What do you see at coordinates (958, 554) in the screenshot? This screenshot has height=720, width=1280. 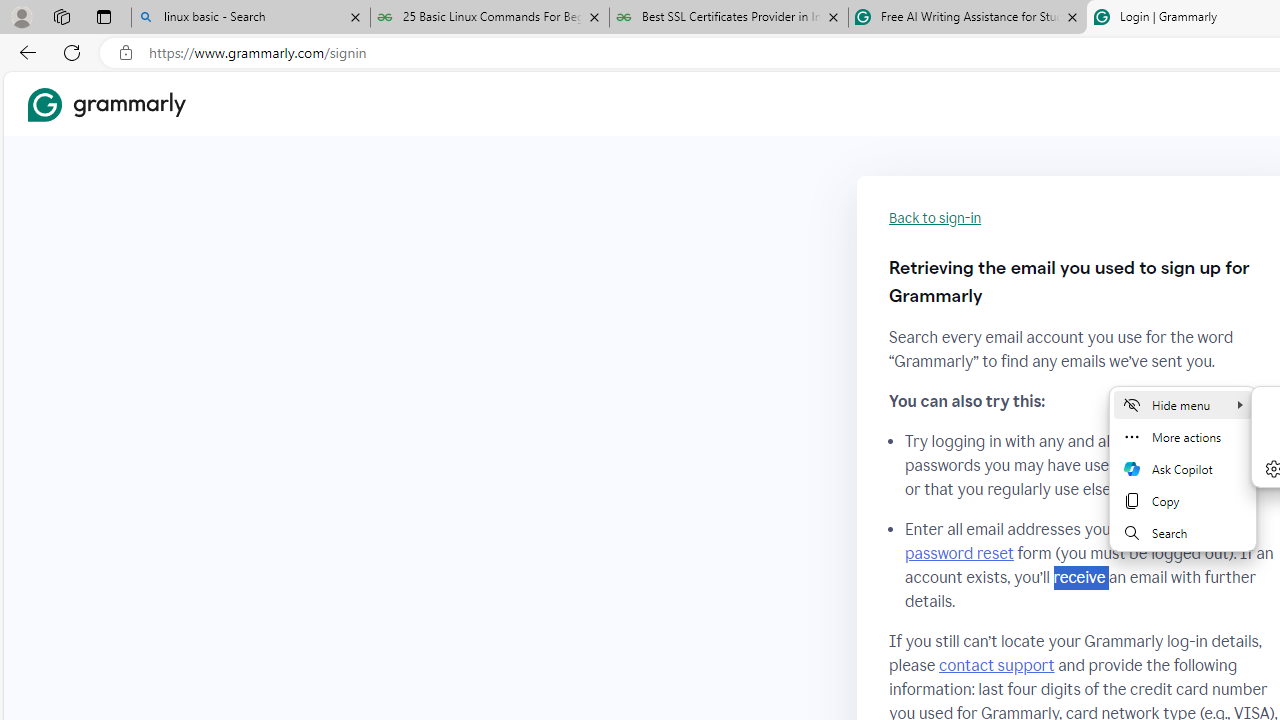 I see `'password reset'` at bounding box center [958, 554].